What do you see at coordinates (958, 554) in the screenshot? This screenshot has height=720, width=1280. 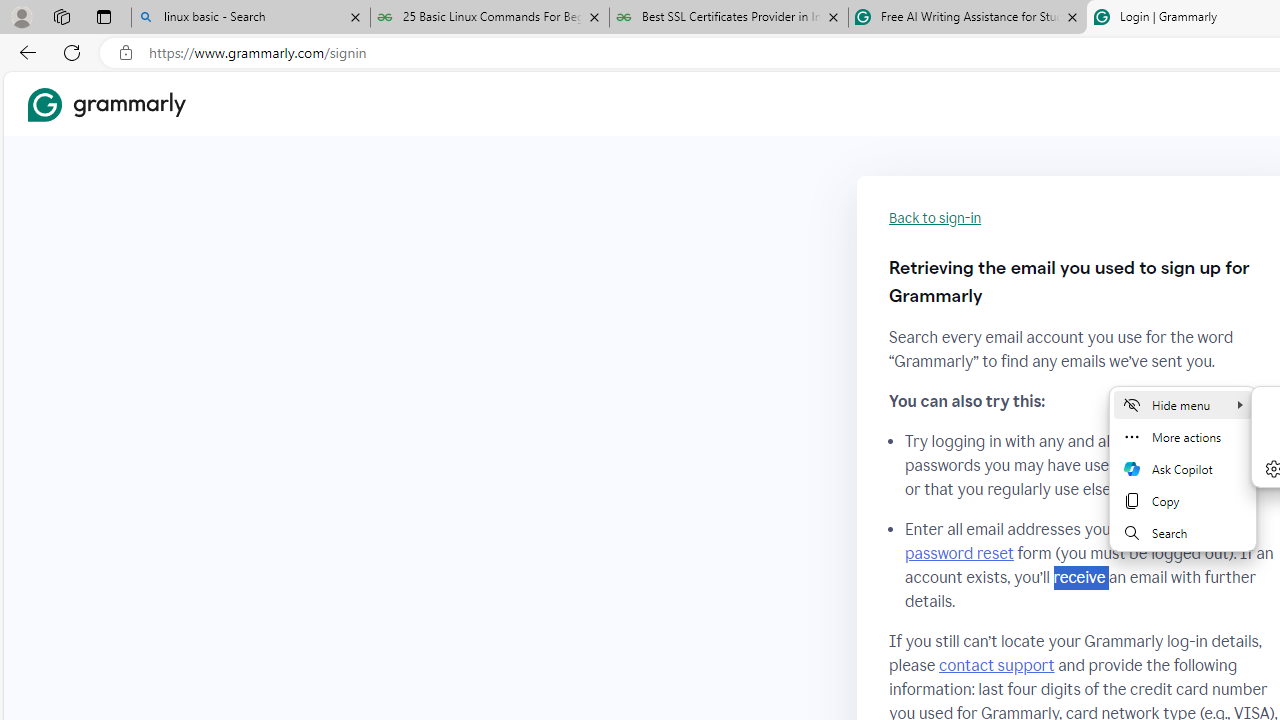 I see `'password reset'` at bounding box center [958, 554].